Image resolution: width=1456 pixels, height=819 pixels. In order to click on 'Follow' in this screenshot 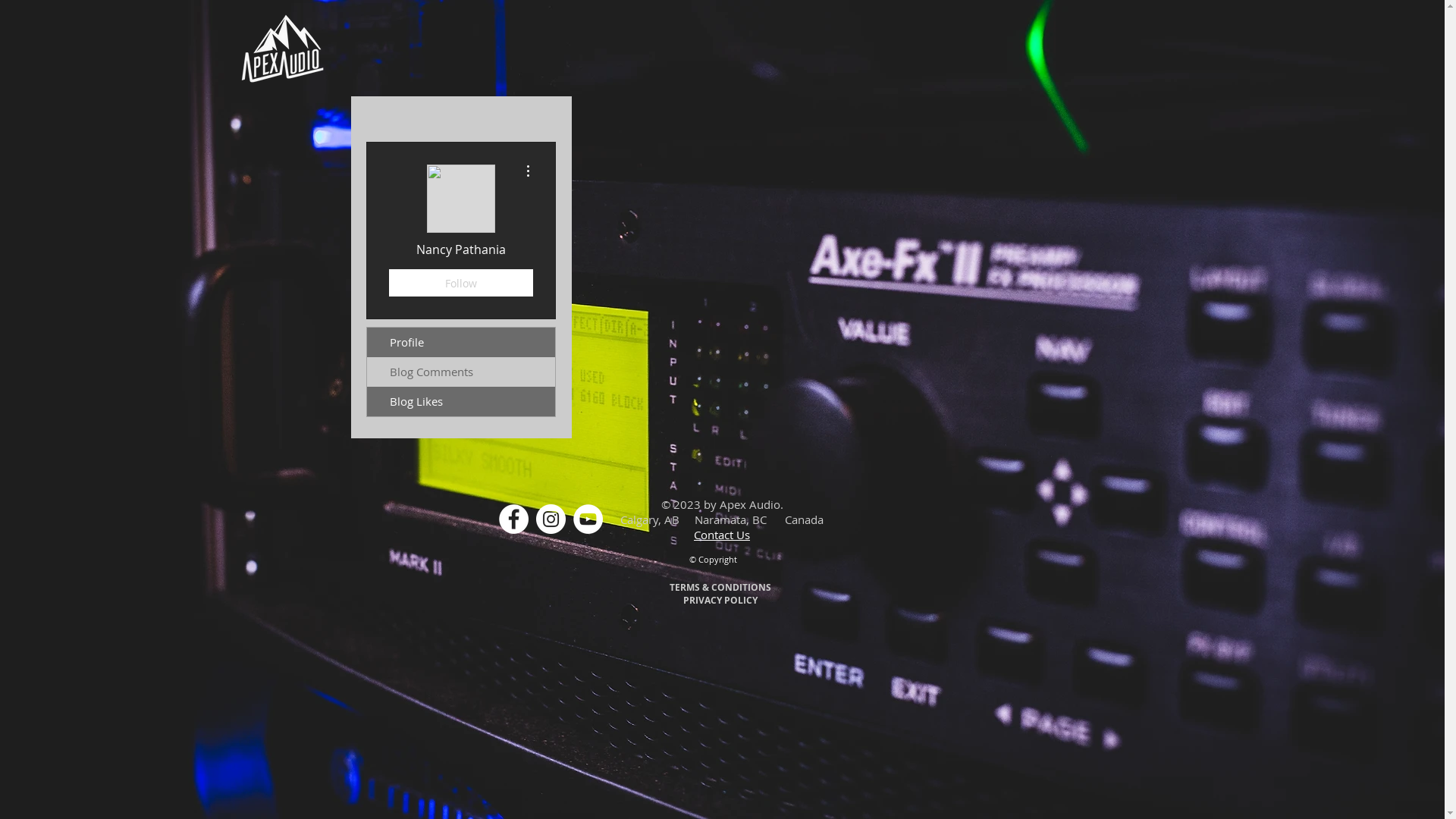, I will do `click(388, 283)`.